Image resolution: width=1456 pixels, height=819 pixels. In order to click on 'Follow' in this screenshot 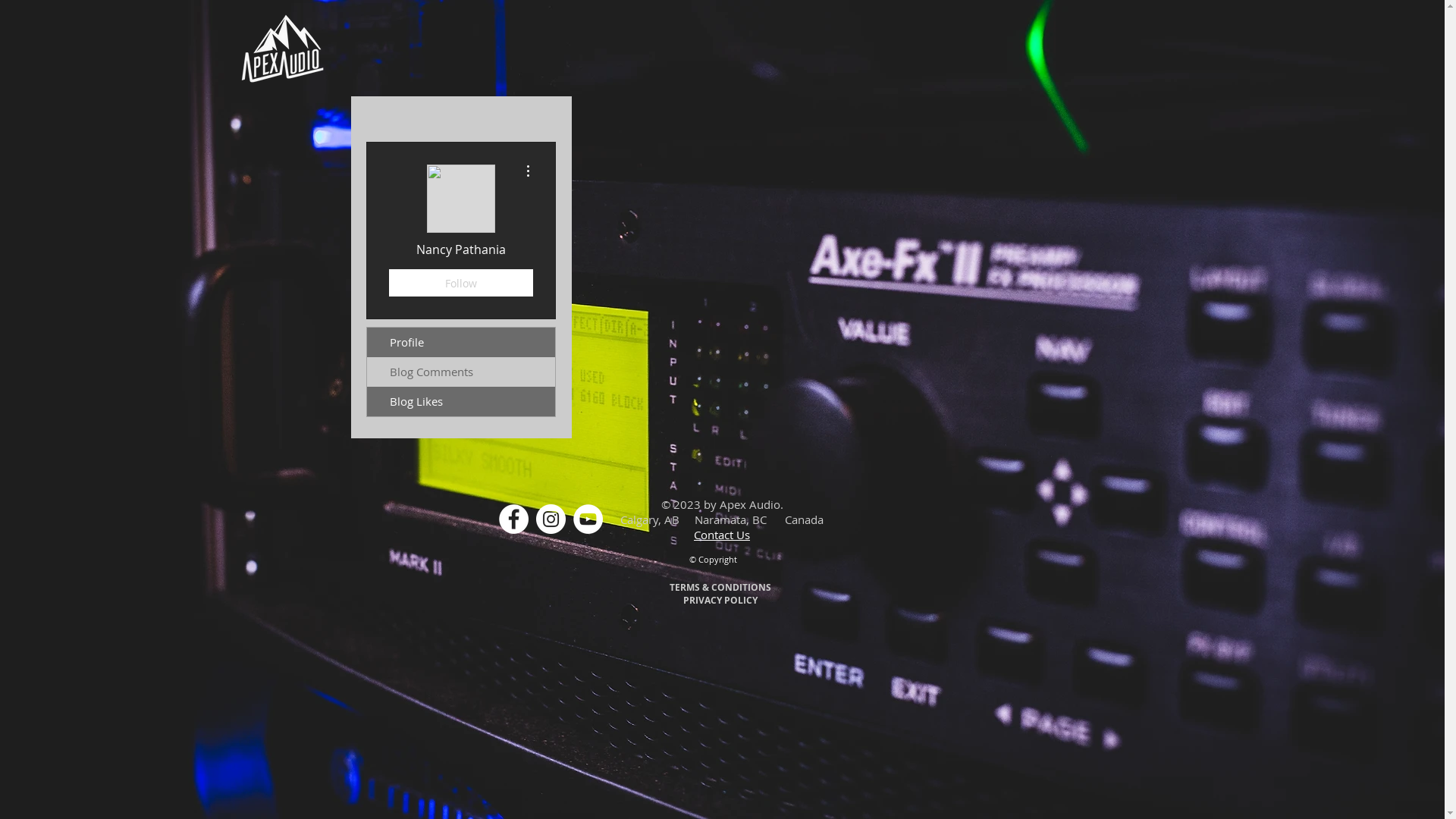, I will do `click(388, 283)`.